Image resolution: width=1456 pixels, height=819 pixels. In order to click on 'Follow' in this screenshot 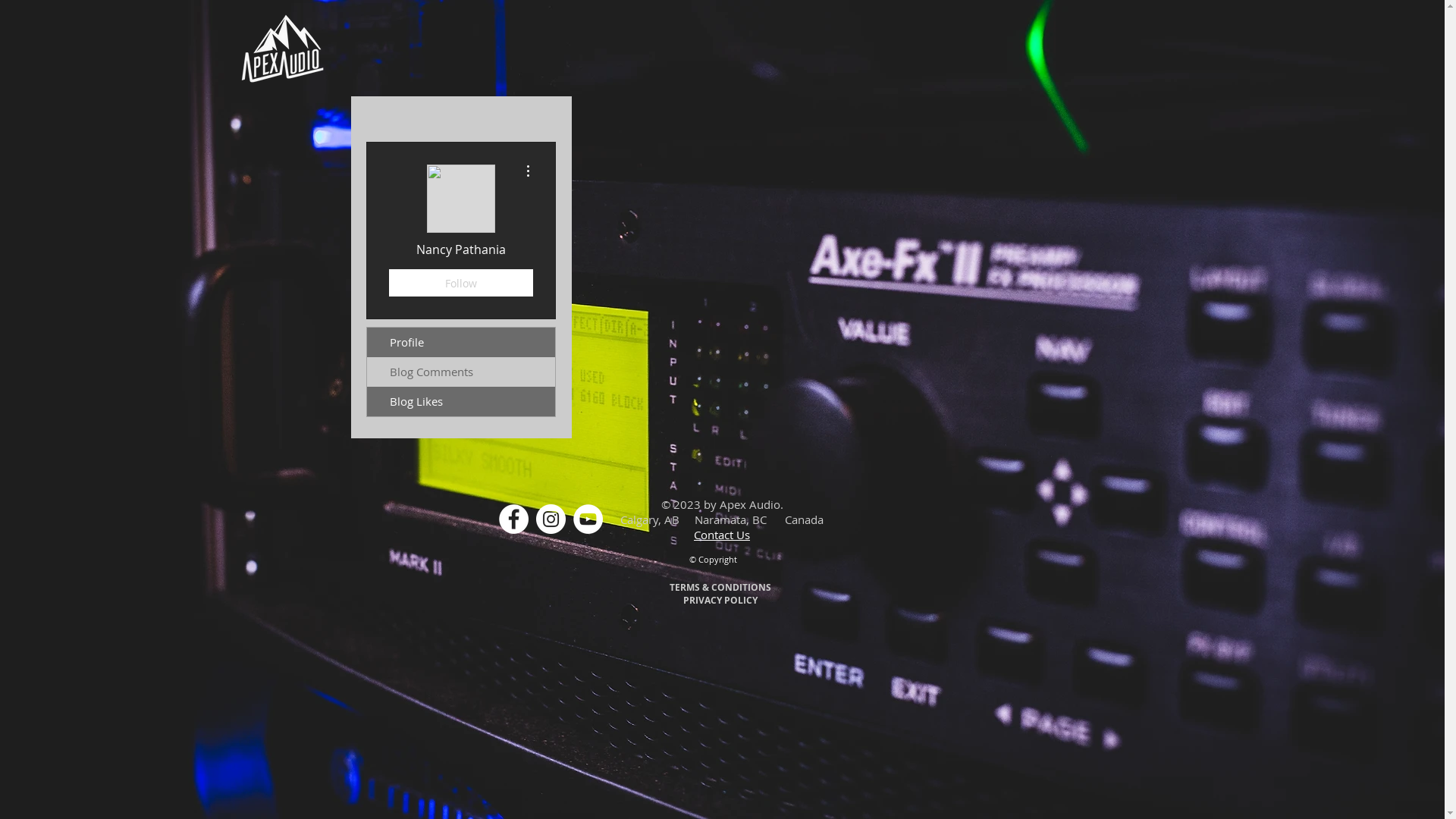, I will do `click(388, 283)`.